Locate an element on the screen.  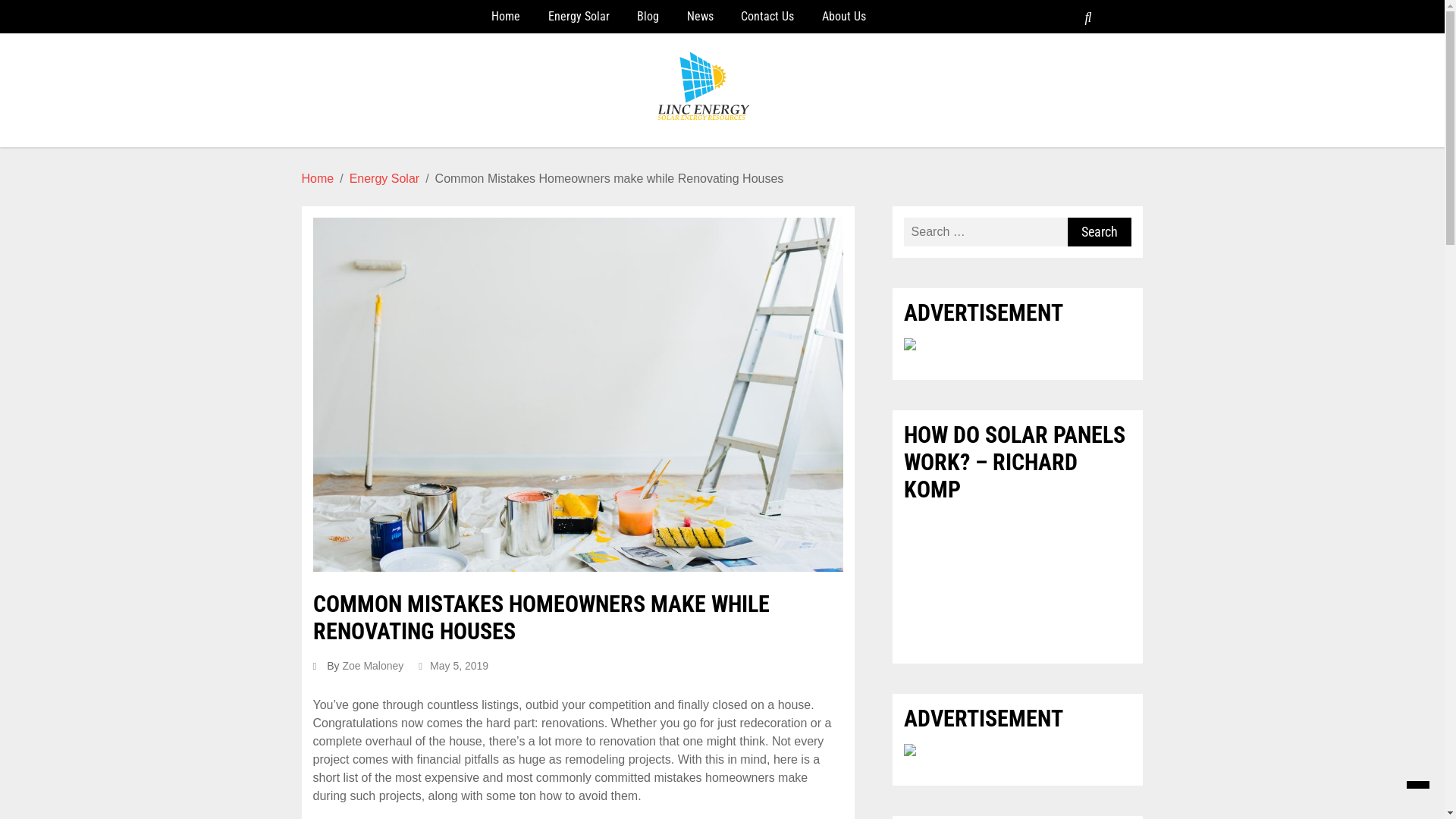
'Blog' is located at coordinates (648, 17).